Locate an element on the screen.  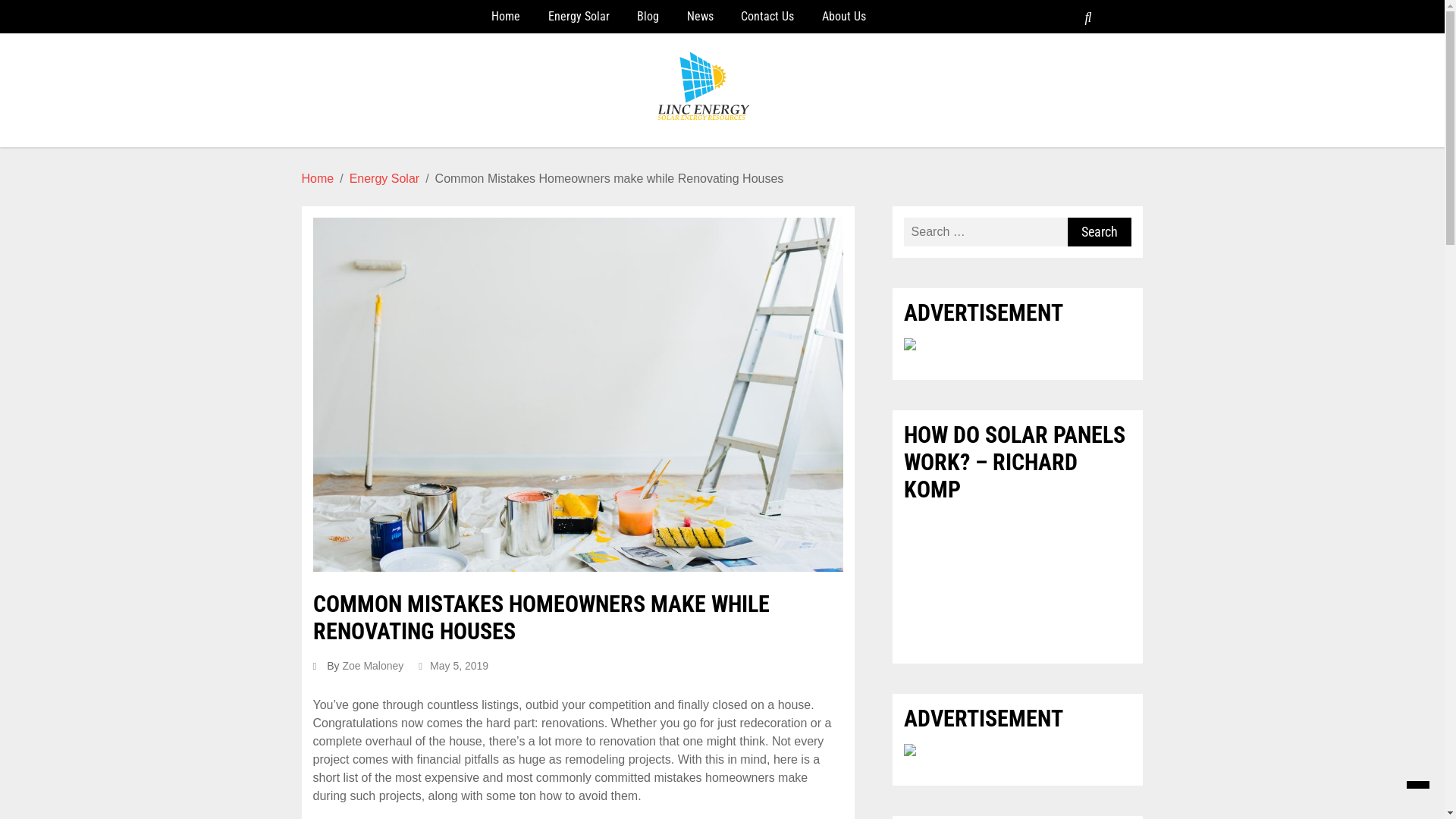
'Blog' is located at coordinates (648, 17).